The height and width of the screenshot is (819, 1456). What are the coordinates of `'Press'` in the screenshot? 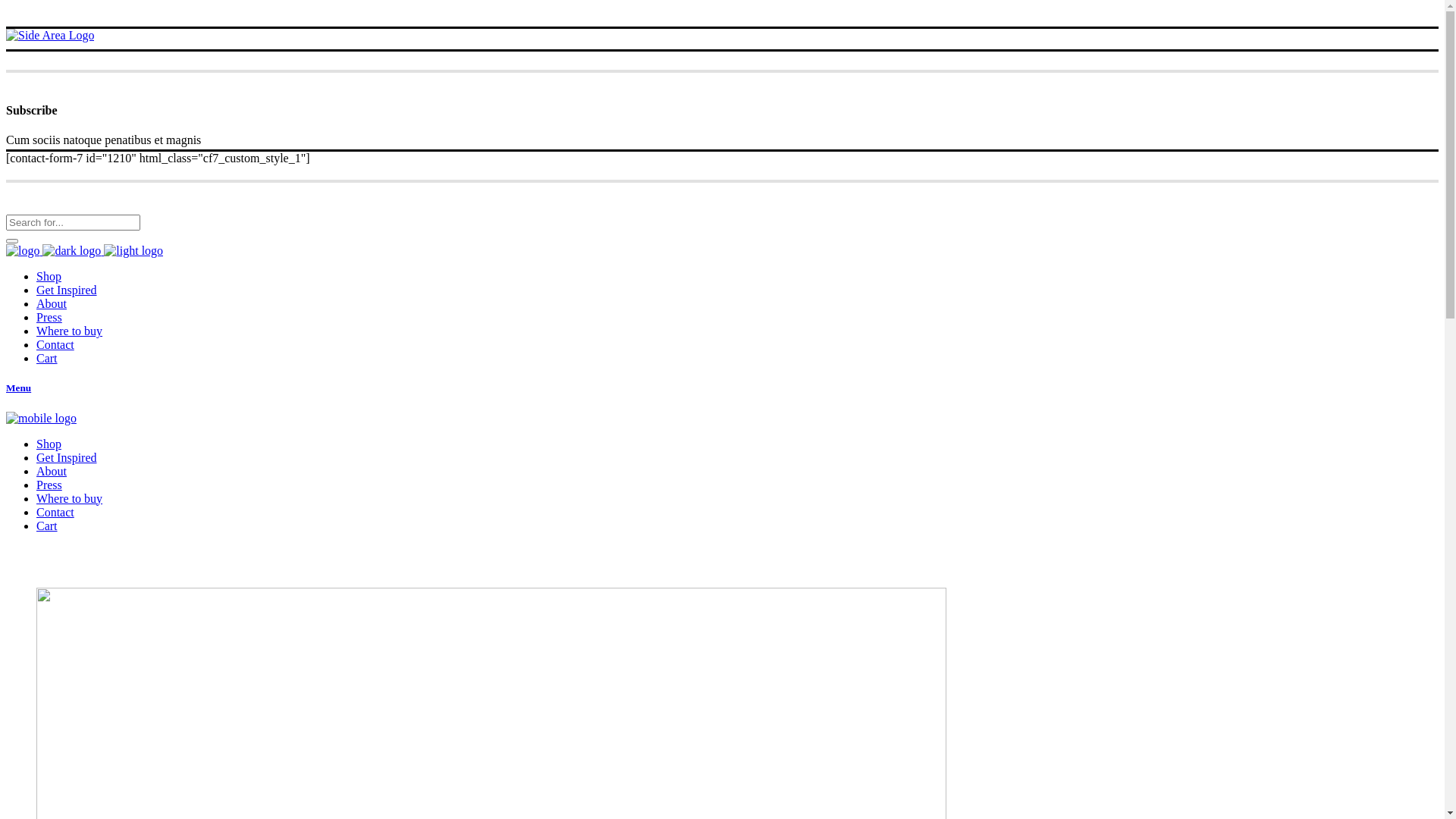 It's located at (49, 485).